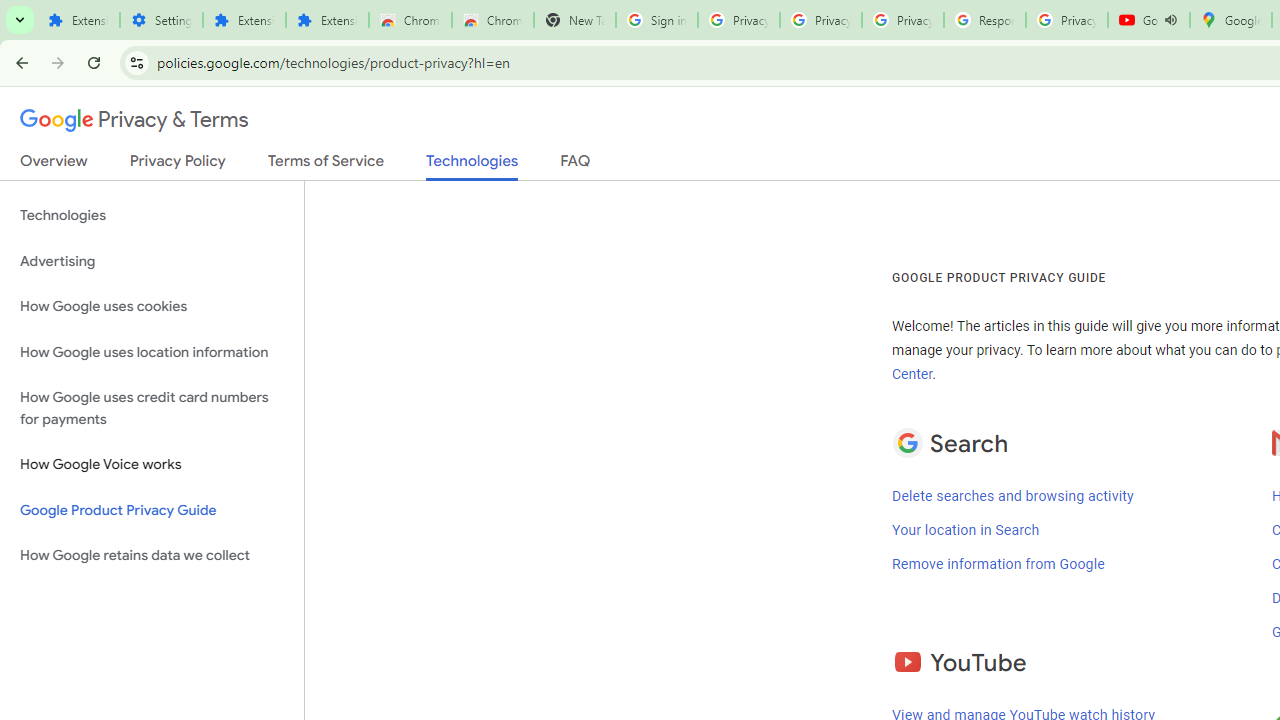  Describe the element at coordinates (965, 529) in the screenshot. I see `'Your location in Search'` at that location.